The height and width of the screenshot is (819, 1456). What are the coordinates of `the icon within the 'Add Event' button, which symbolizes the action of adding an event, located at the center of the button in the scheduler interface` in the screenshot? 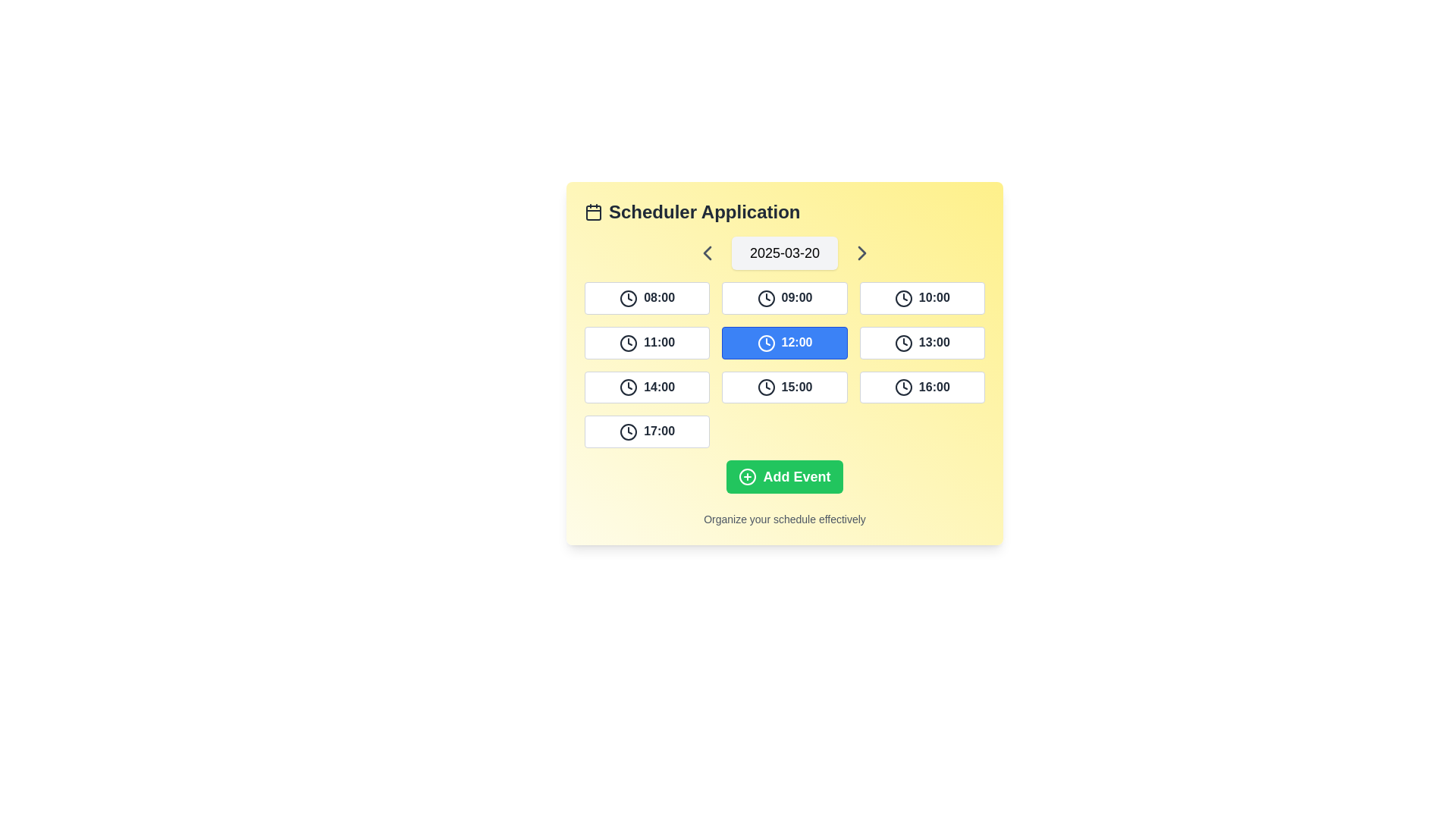 It's located at (748, 476).